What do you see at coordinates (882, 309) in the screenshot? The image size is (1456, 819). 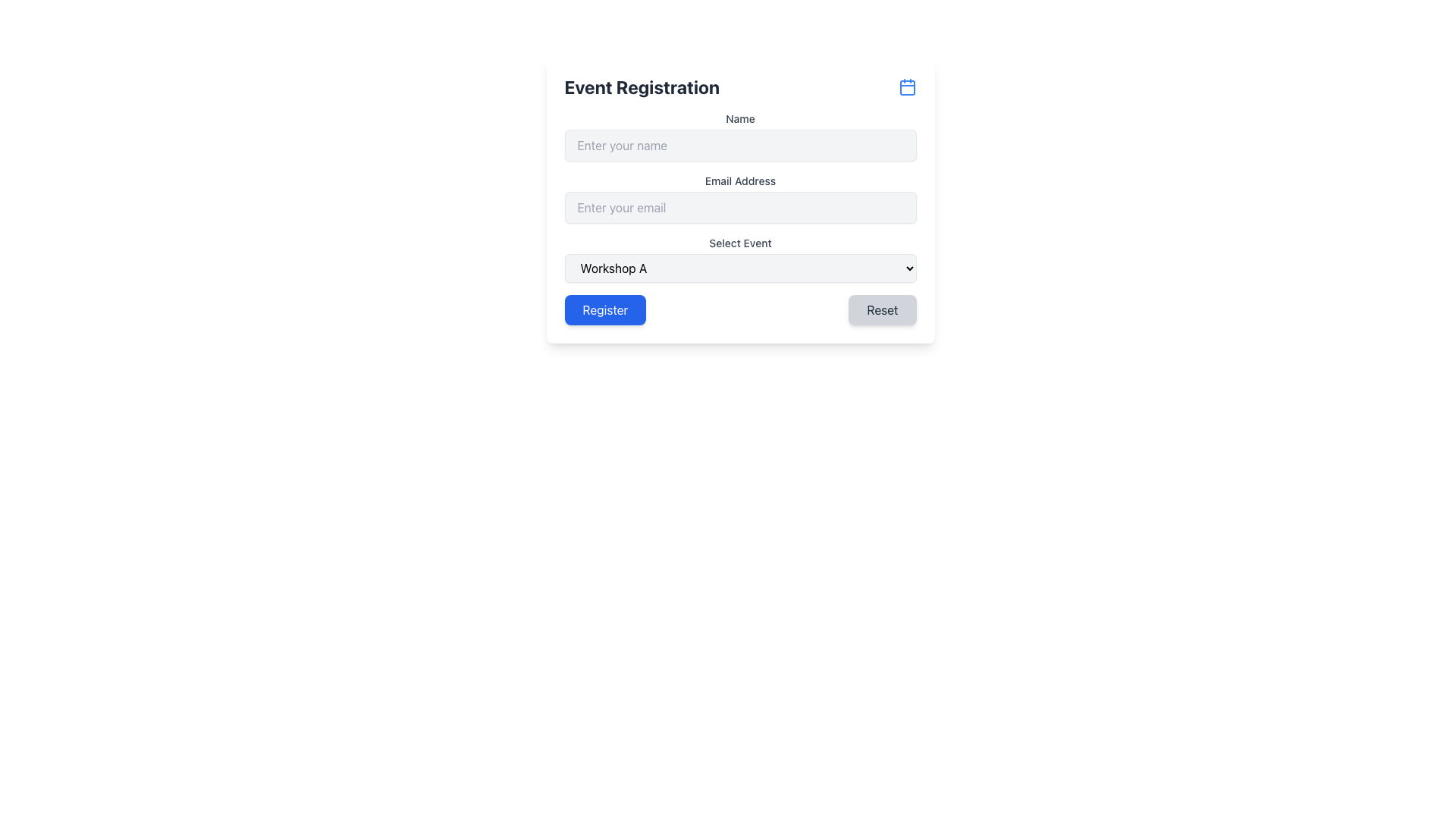 I see `the 'Reset' button located in the bottom-right corner of the form to reset the form` at bounding box center [882, 309].